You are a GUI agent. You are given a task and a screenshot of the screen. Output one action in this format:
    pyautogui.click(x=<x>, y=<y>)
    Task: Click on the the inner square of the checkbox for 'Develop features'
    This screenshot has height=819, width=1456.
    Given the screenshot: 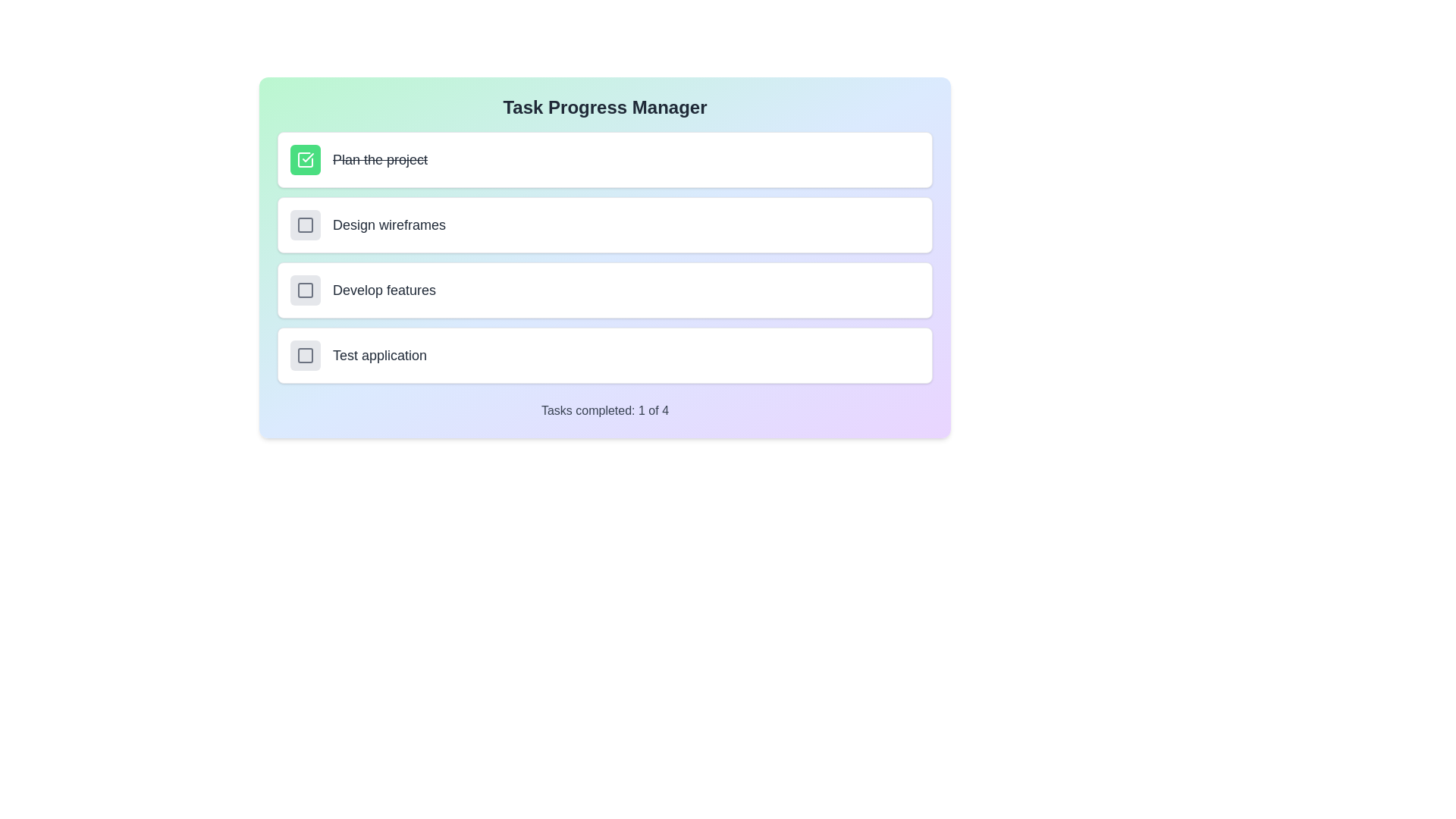 What is the action you would take?
    pyautogui.click(x=305, y=290)
    